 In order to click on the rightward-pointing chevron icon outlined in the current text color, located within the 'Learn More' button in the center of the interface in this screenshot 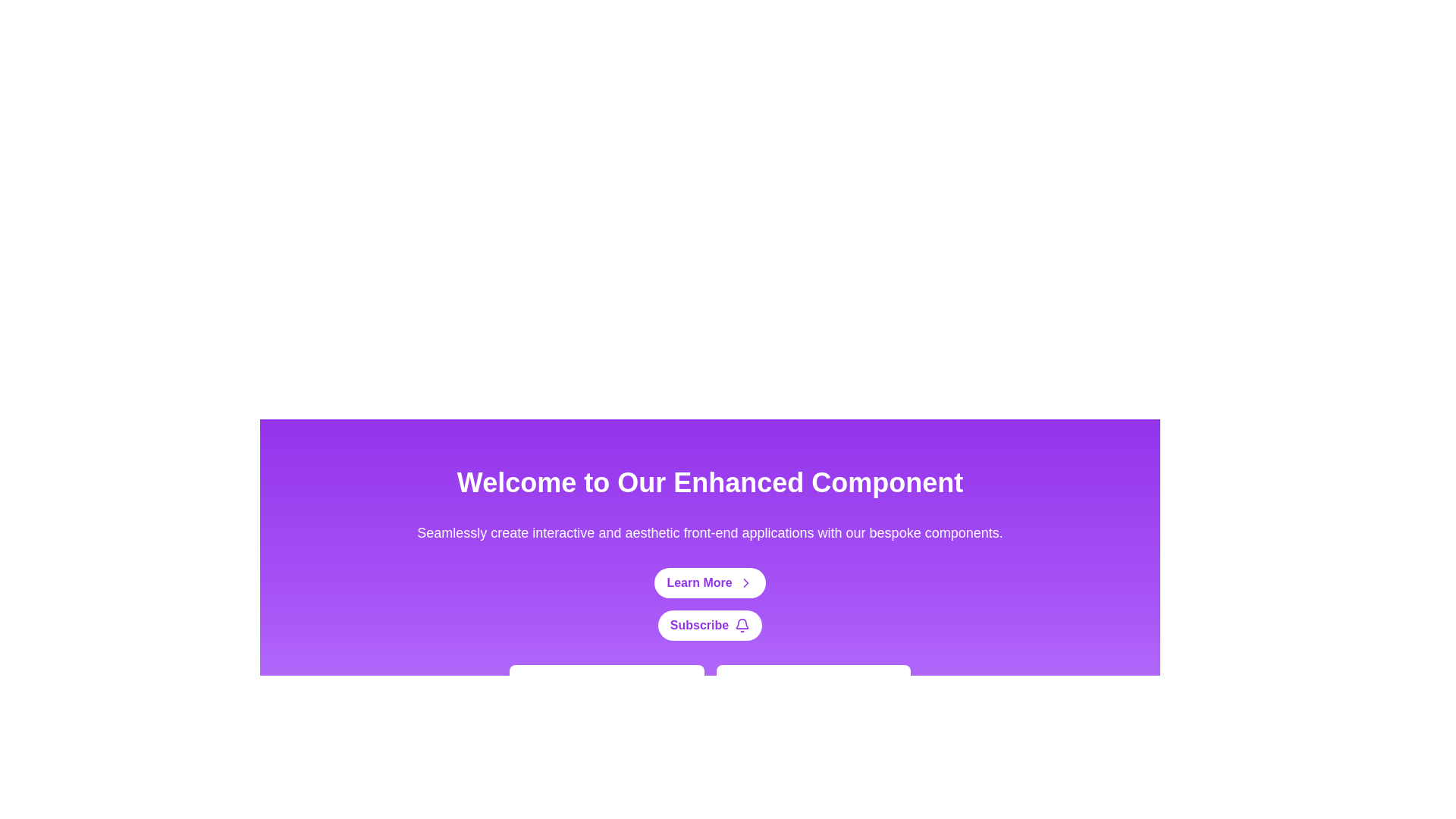, I will do `click(745, 582)`.